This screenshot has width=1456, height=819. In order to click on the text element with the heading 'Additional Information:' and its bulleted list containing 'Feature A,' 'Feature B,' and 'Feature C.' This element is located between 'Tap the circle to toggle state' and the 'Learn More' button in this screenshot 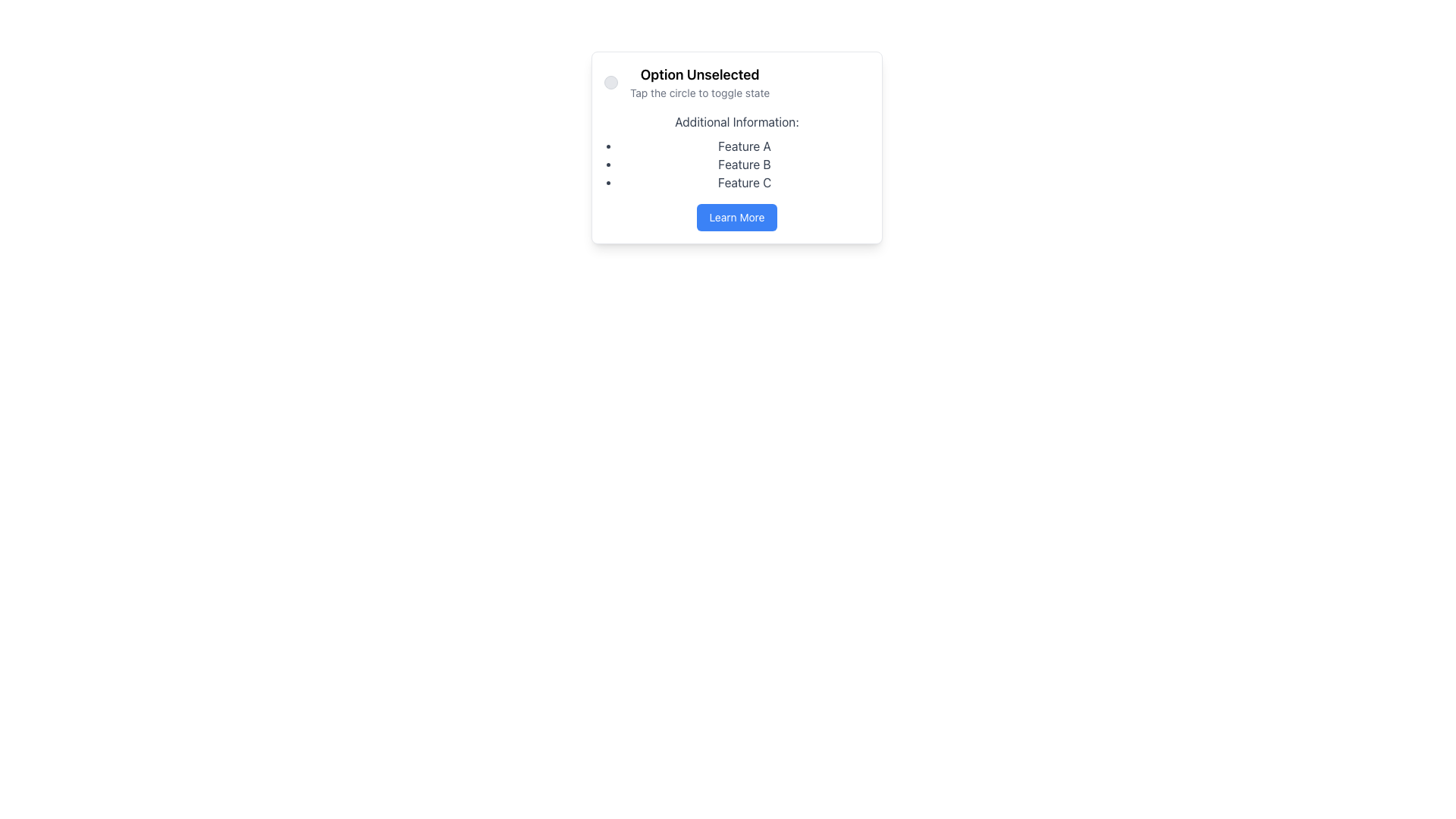, I will do `click(736, 152)`.